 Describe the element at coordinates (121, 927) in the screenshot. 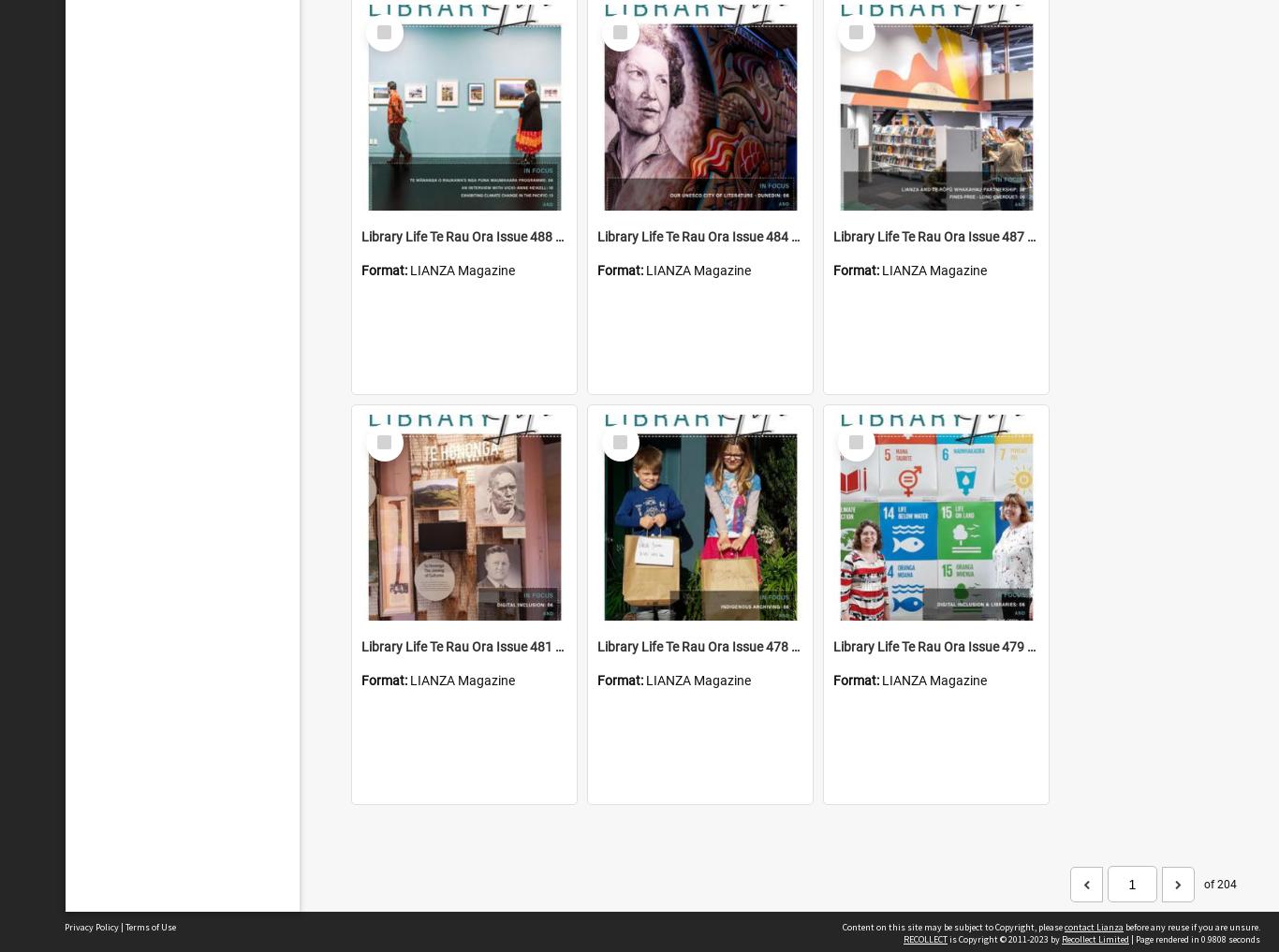

I see `'|'` at that location.